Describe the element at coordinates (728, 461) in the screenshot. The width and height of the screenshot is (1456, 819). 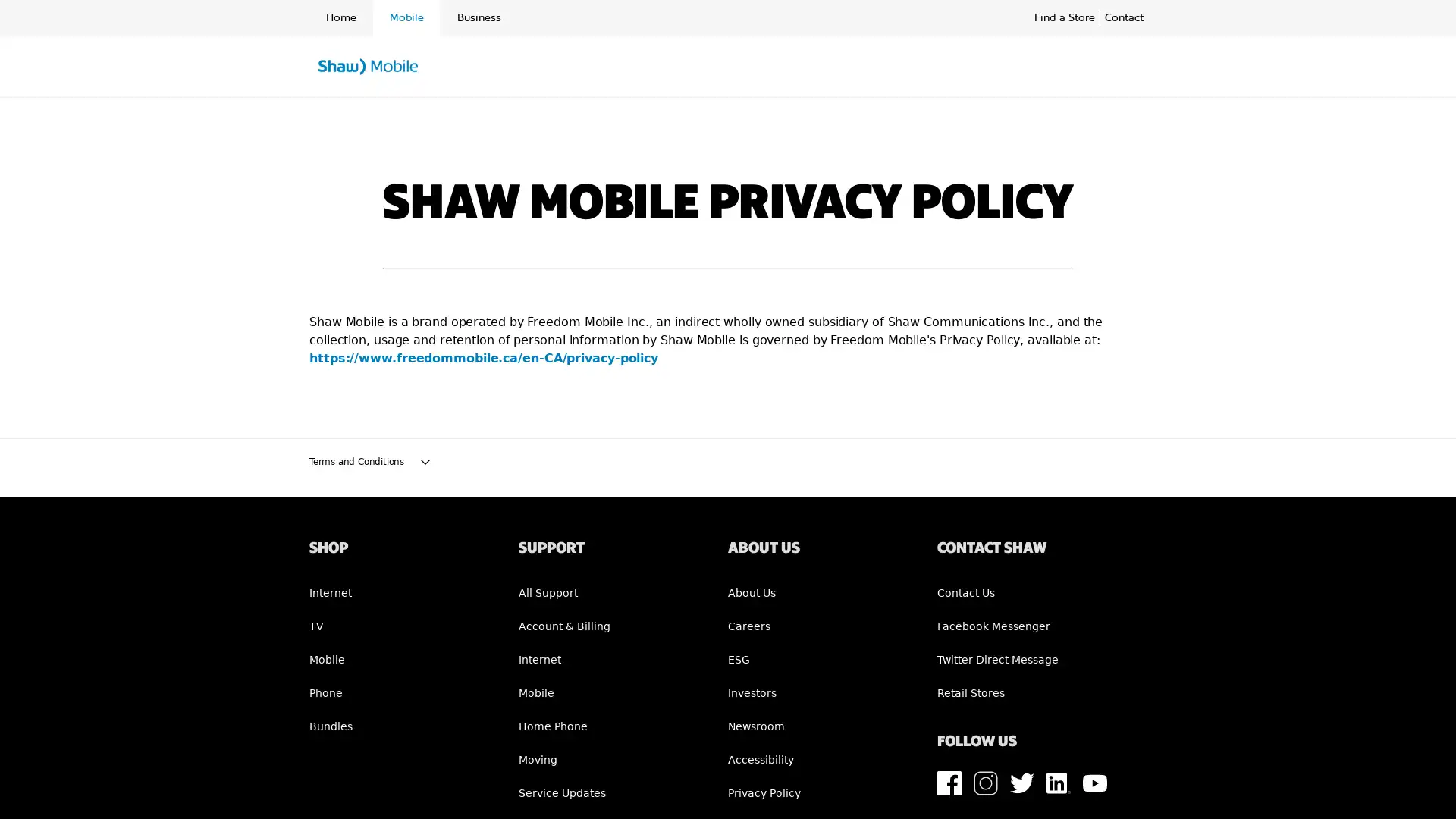
I see `Terms and Conditions` at that location.